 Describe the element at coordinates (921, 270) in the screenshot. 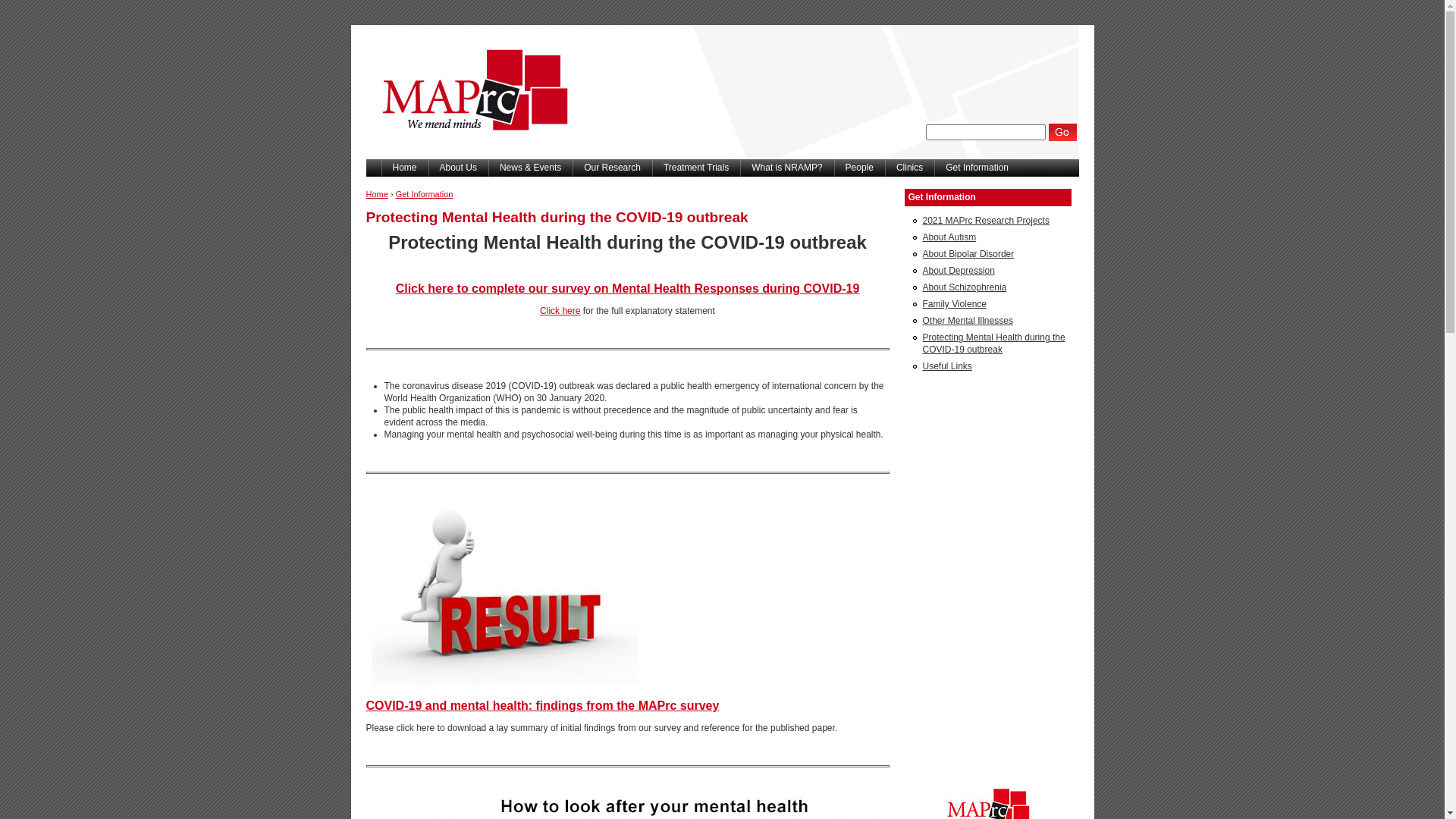

I see `'About Depression'` at that location.